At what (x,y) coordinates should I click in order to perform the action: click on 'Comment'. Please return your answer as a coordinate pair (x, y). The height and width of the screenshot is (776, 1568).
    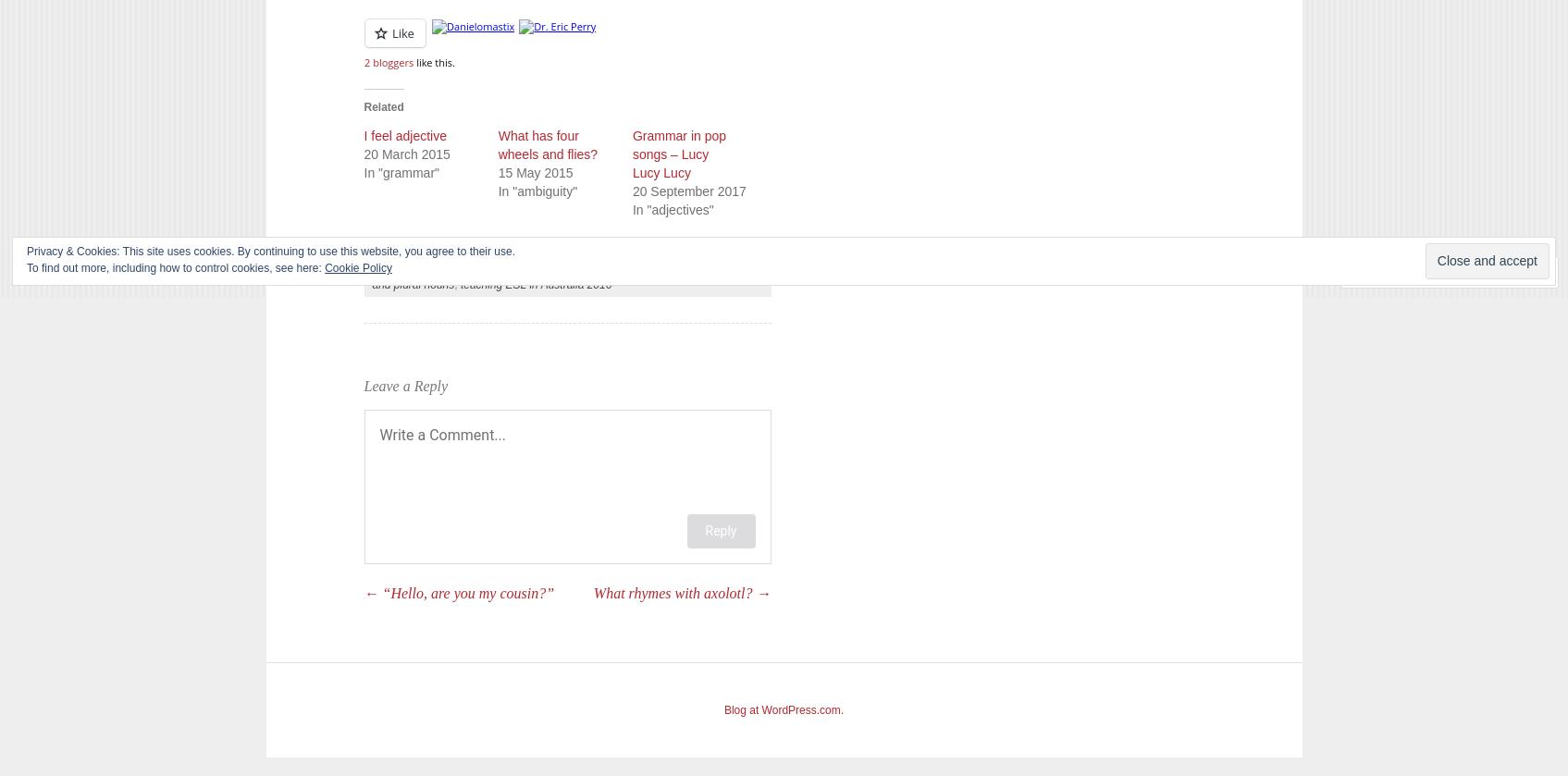
    Looking at the image, I should click on (1401, 272).